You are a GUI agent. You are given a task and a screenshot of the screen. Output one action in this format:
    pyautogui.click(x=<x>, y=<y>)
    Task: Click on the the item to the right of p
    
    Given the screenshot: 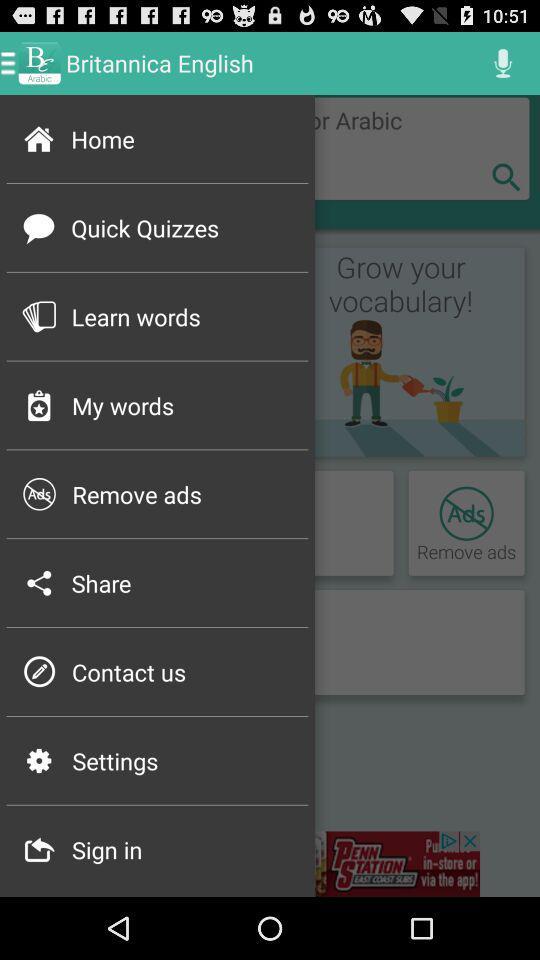 What is the action you would take?
    pyautogui.click(x=183, y=672)
    